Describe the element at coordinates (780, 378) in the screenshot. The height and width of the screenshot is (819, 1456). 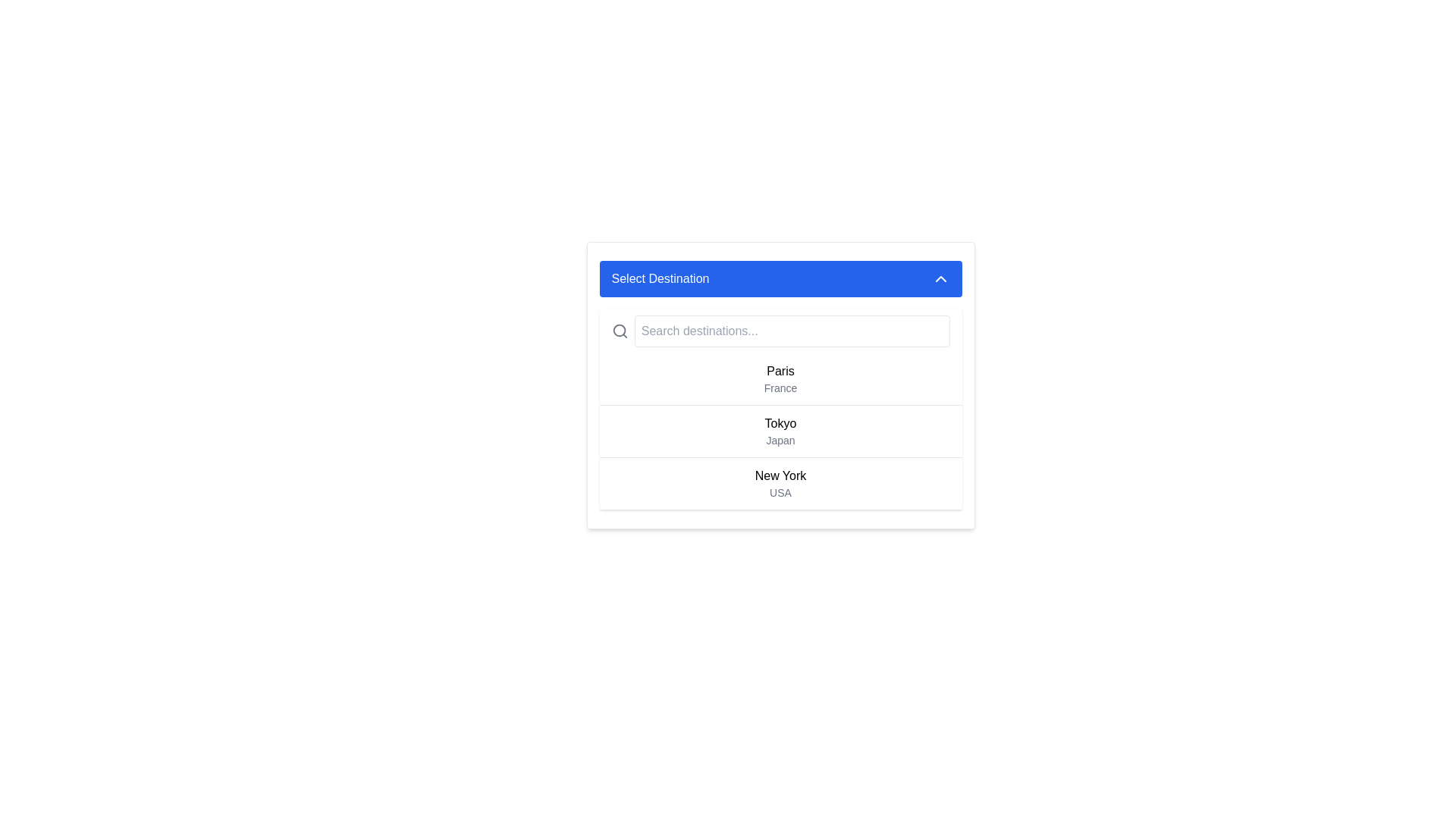
I see `the first item in the dropdown list representing 'Paris, France'` at that location.